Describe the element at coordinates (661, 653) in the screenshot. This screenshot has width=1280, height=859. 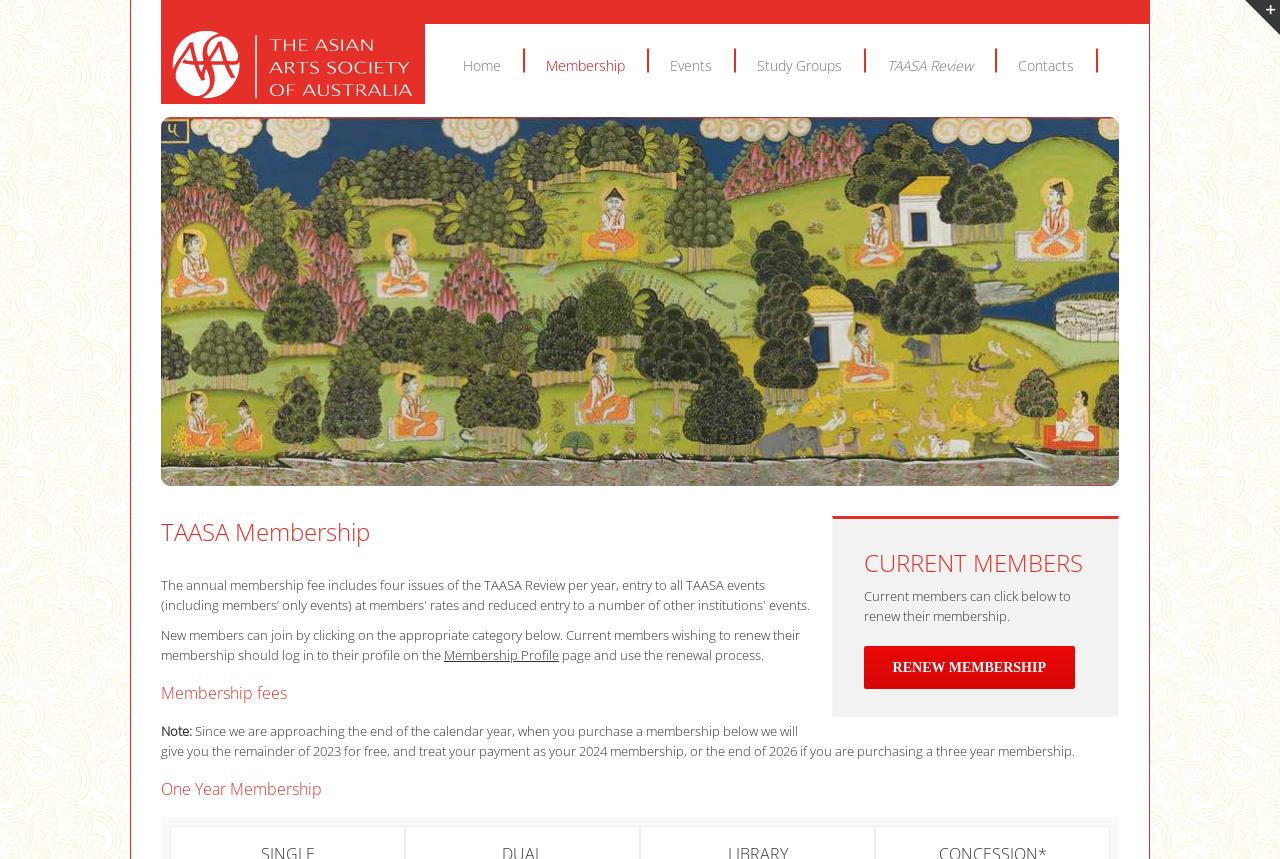
I see `'page and use the renewal process.'` at that location.